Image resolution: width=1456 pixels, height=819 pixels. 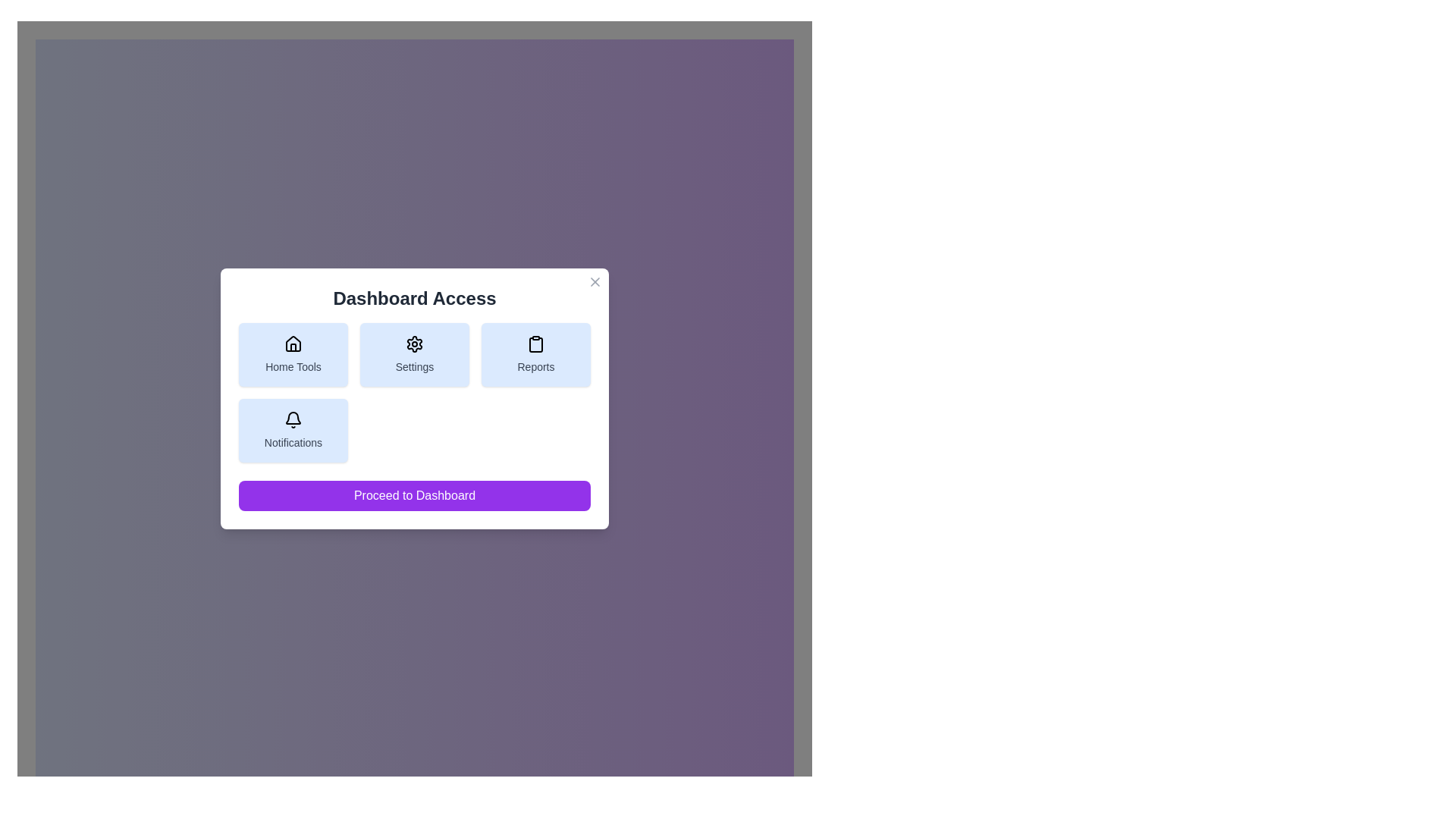 I want to click on the 'Settings' button, which is a rectangular button with a light blue background and a black gear icon, located in the central position of the grid layout in the 'Dashboard Access' modal dialog, so click(x=415, y=354).